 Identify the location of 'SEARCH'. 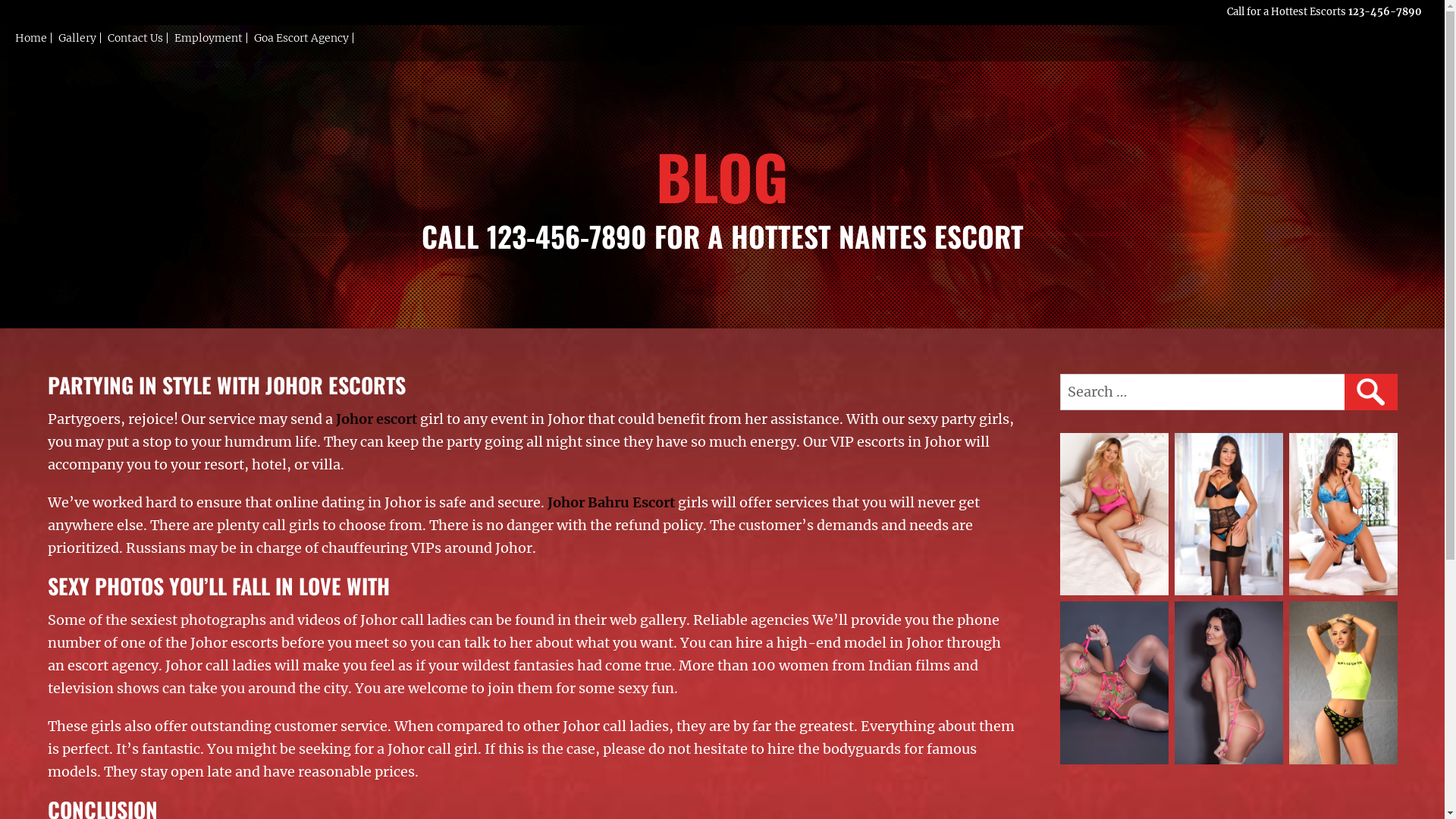
(1370, 391).